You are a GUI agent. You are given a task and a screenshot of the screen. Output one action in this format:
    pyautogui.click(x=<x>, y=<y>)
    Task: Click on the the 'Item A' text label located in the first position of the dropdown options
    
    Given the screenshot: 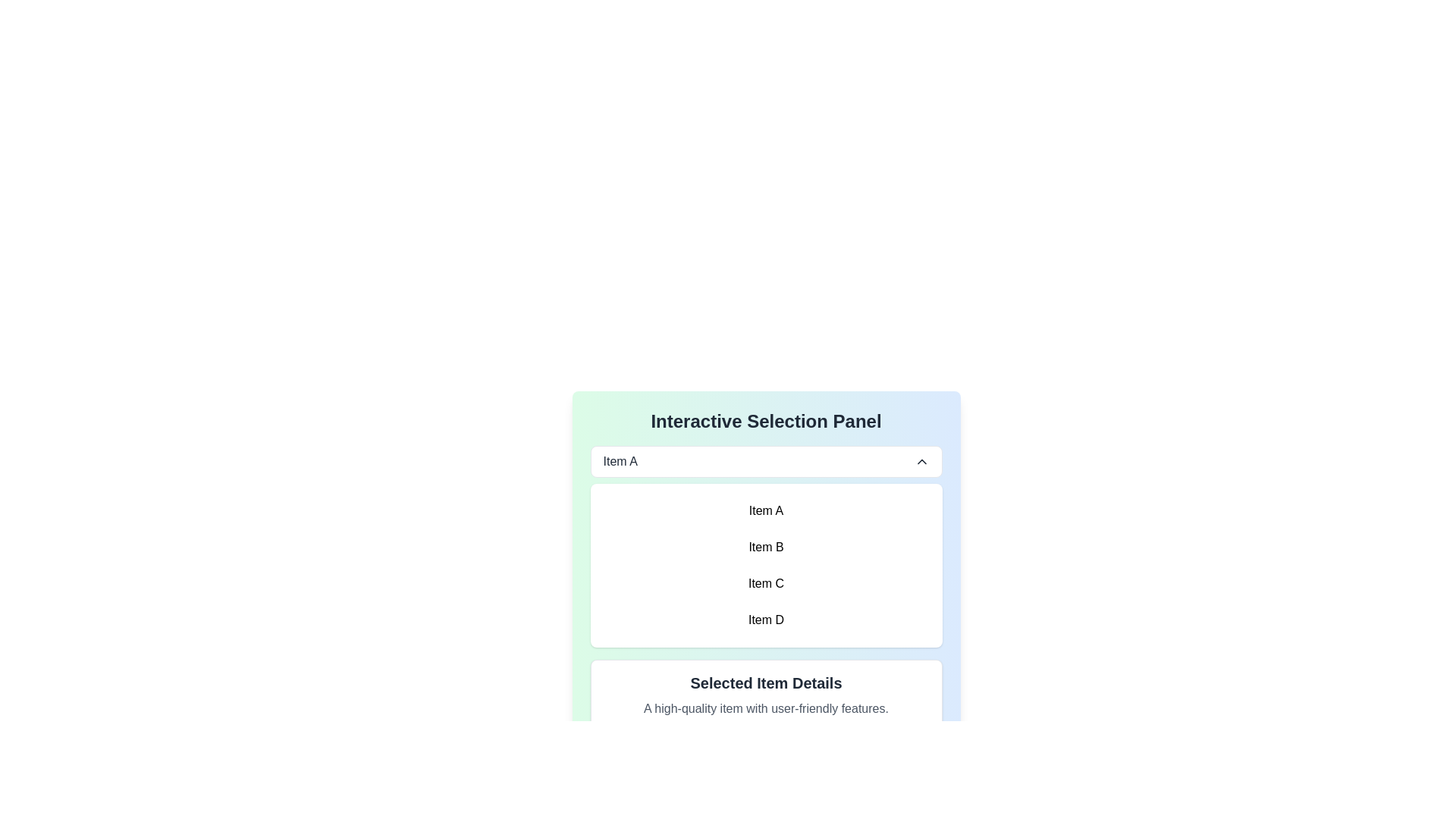 What is the action you would take?
    pyautogui.click(x=620, y=461)
    